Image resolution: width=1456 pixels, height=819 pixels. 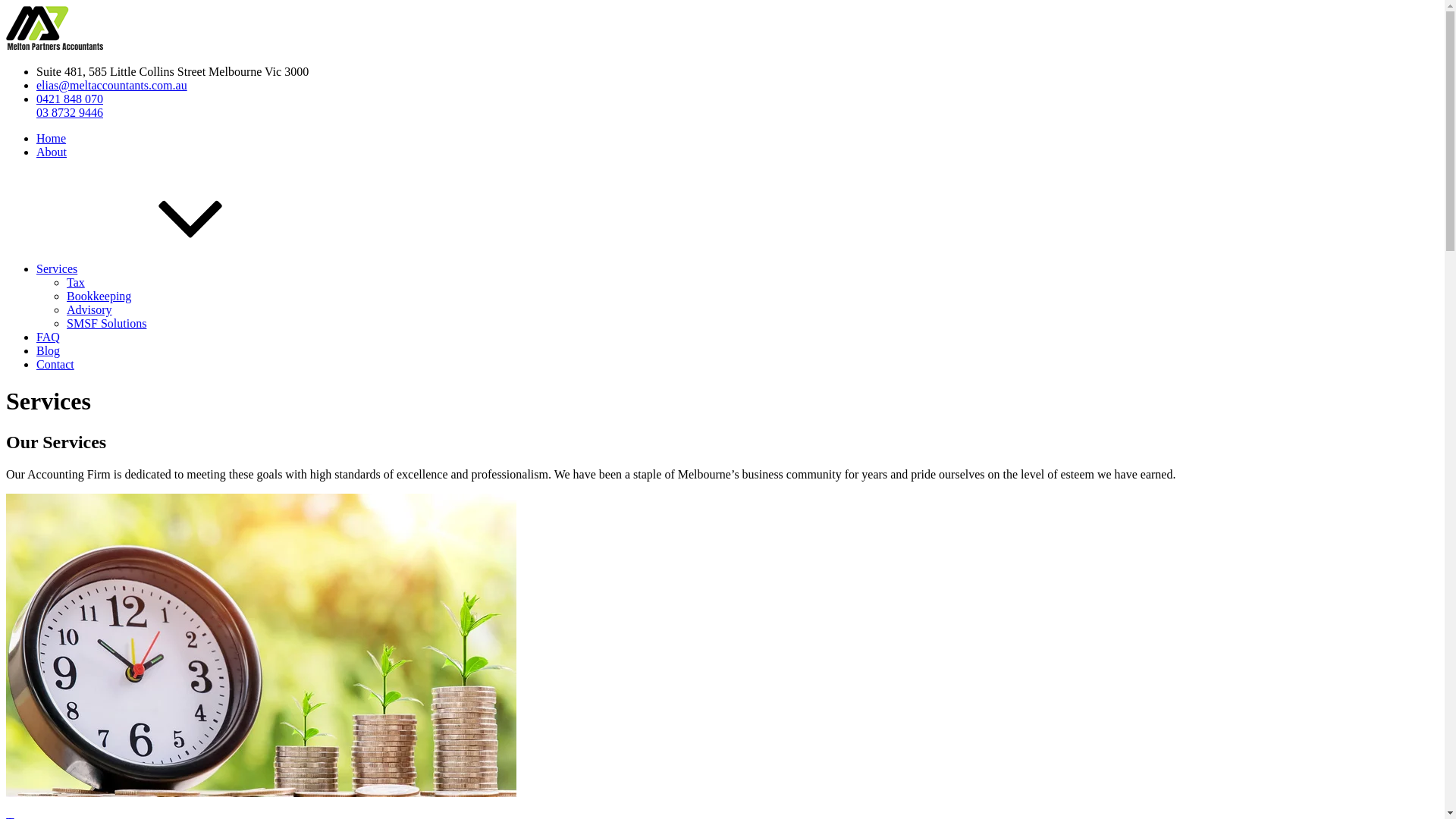 What do you see at coordinates (51, 138) in the screenshot?
I see `'Home'` at bounding box center [51, 138].